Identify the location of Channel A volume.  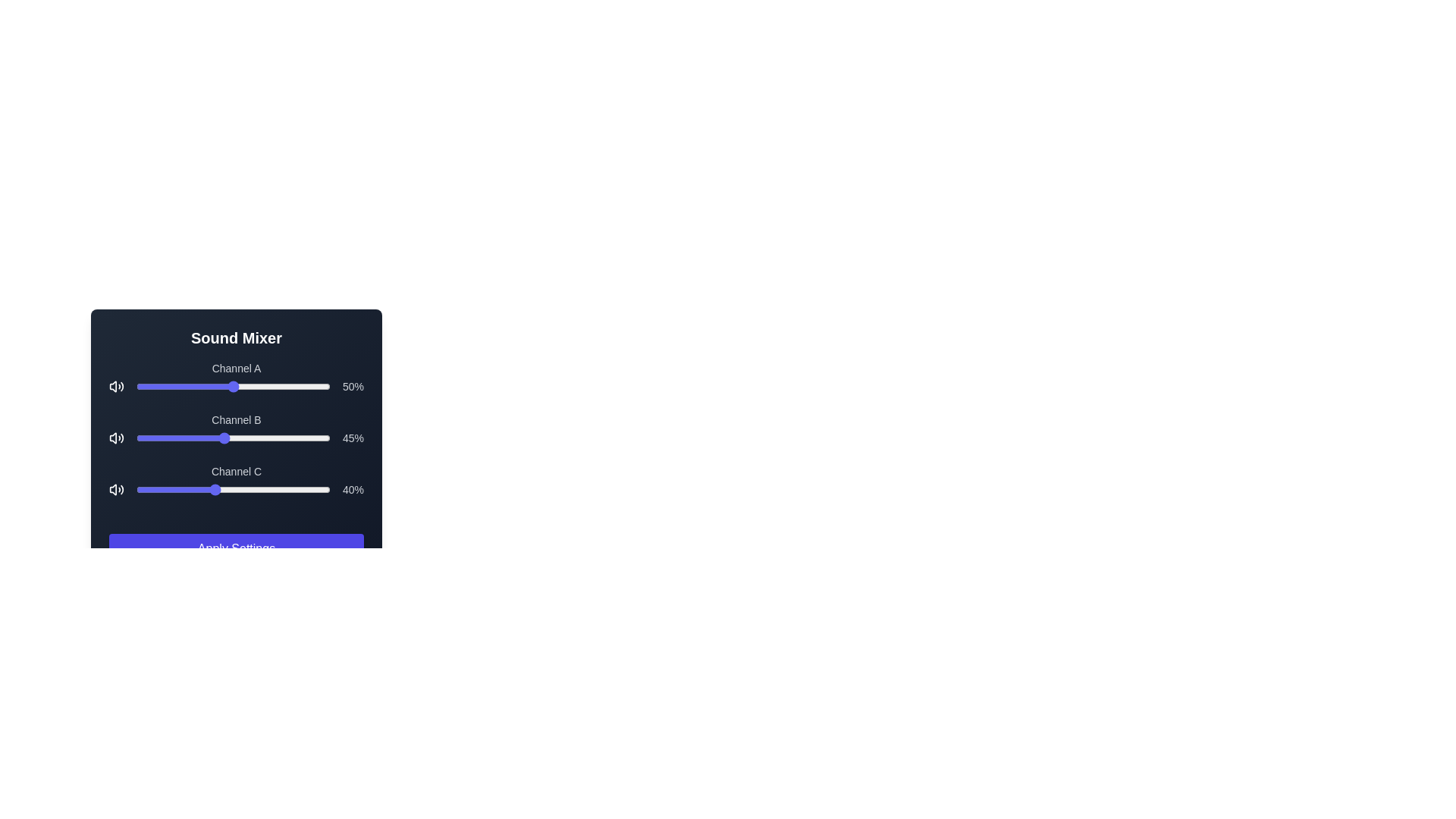
(158, 385).